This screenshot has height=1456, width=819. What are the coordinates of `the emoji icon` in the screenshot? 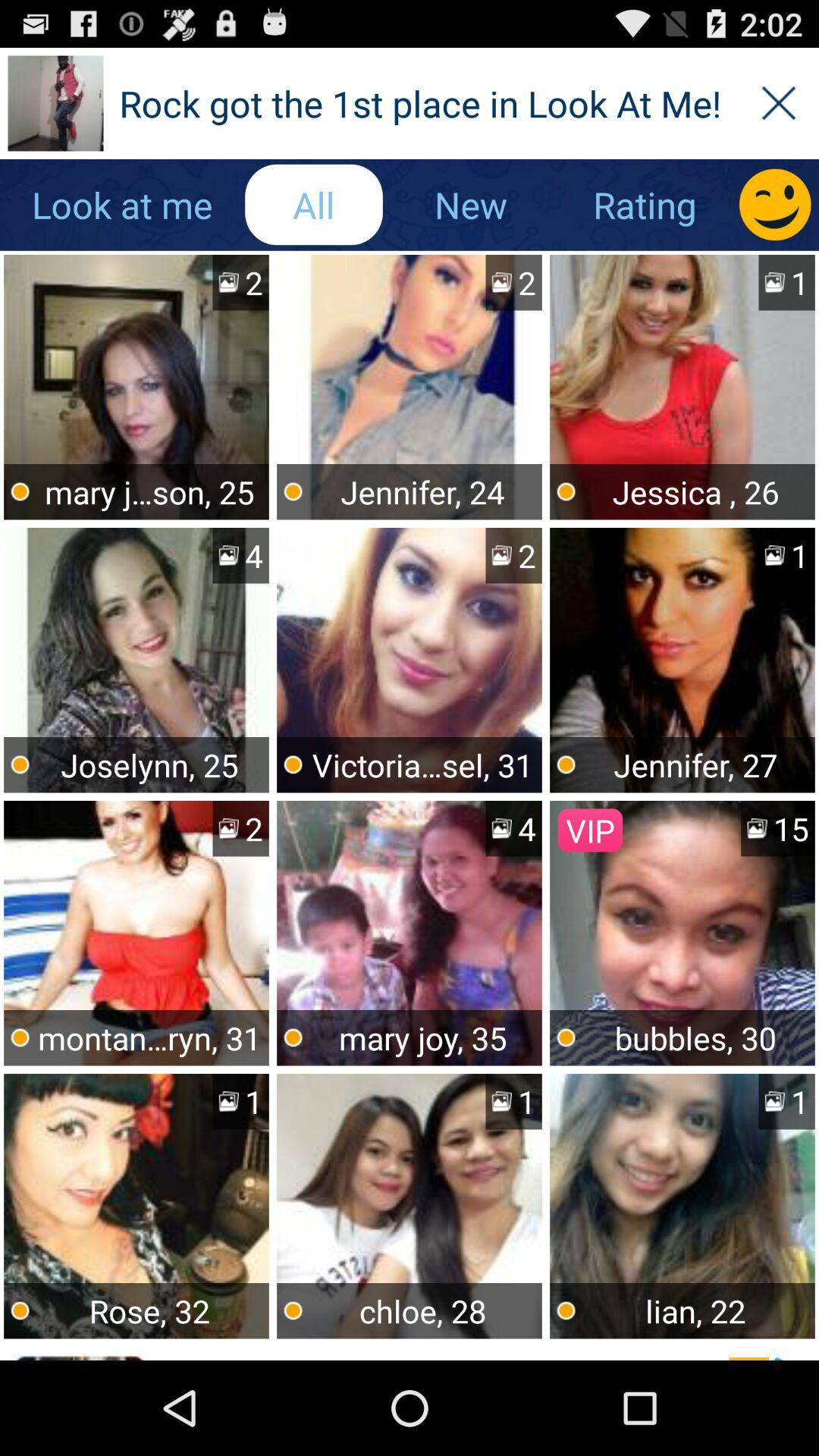 It's located at (775, 218).